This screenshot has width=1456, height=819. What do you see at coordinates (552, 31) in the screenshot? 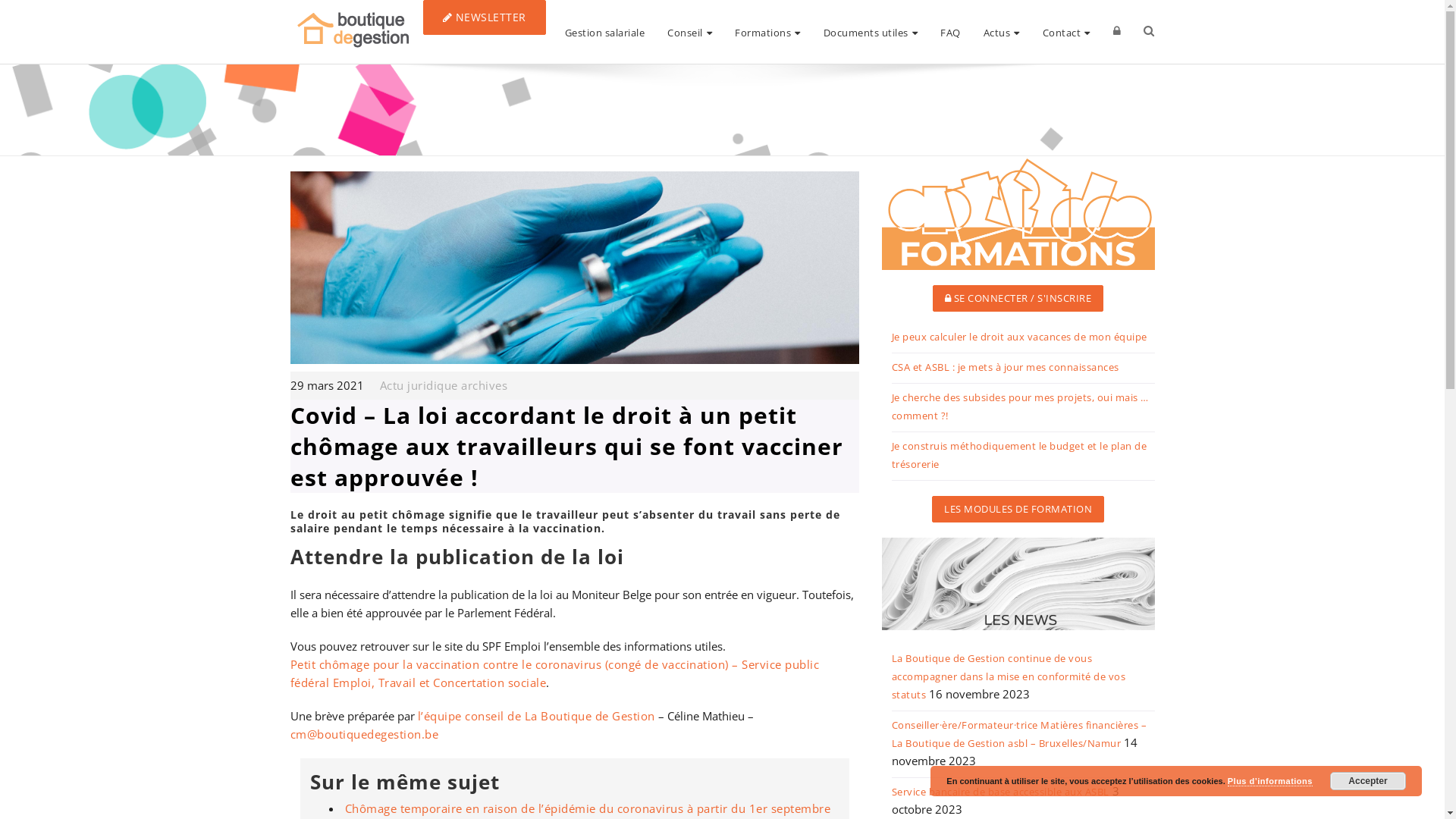
I see `'Gestion salariale'` at bounding box center [552, 31].